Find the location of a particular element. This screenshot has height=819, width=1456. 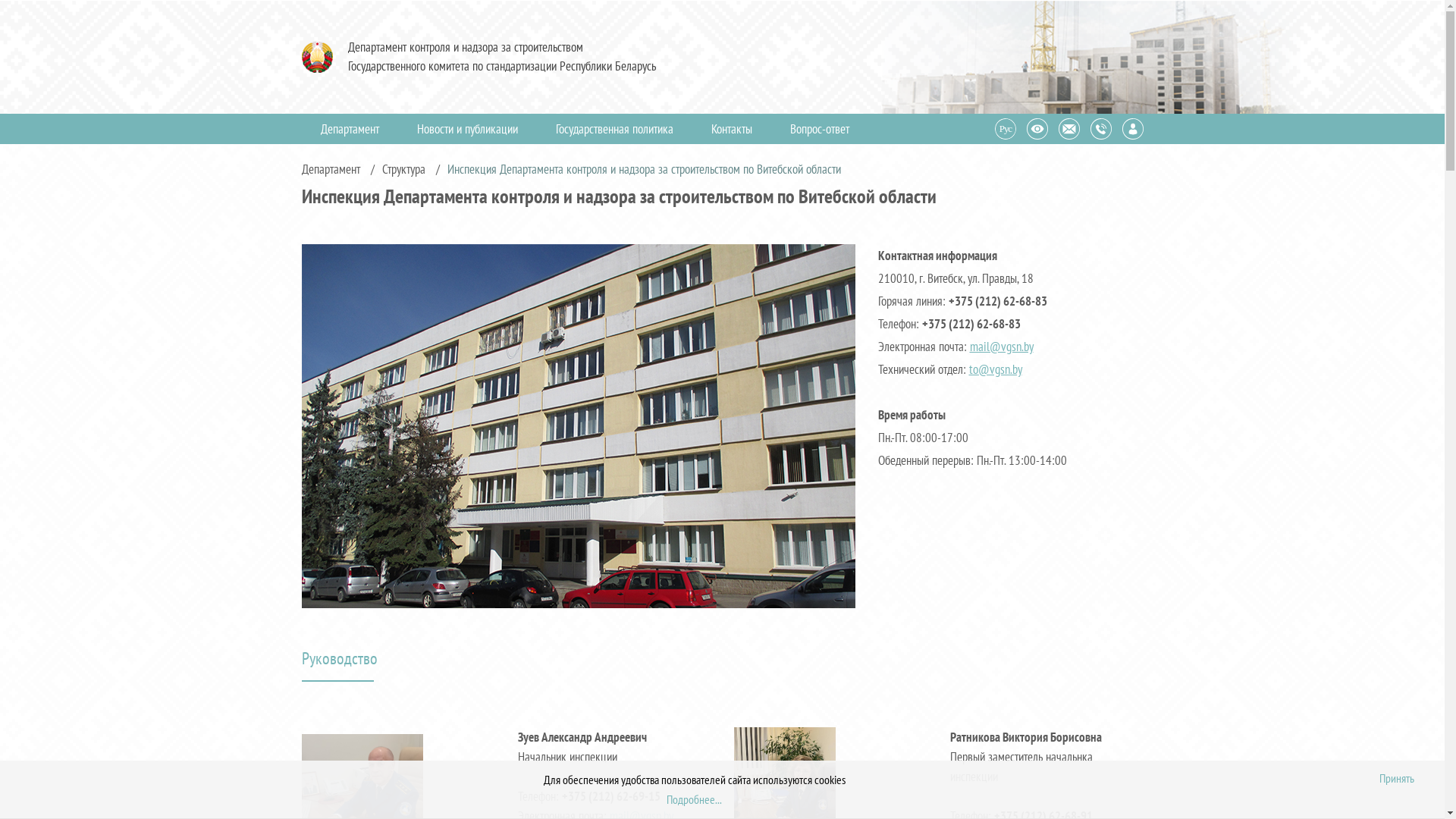

'to@vgsn.by' is located at coordinates (996, 369).